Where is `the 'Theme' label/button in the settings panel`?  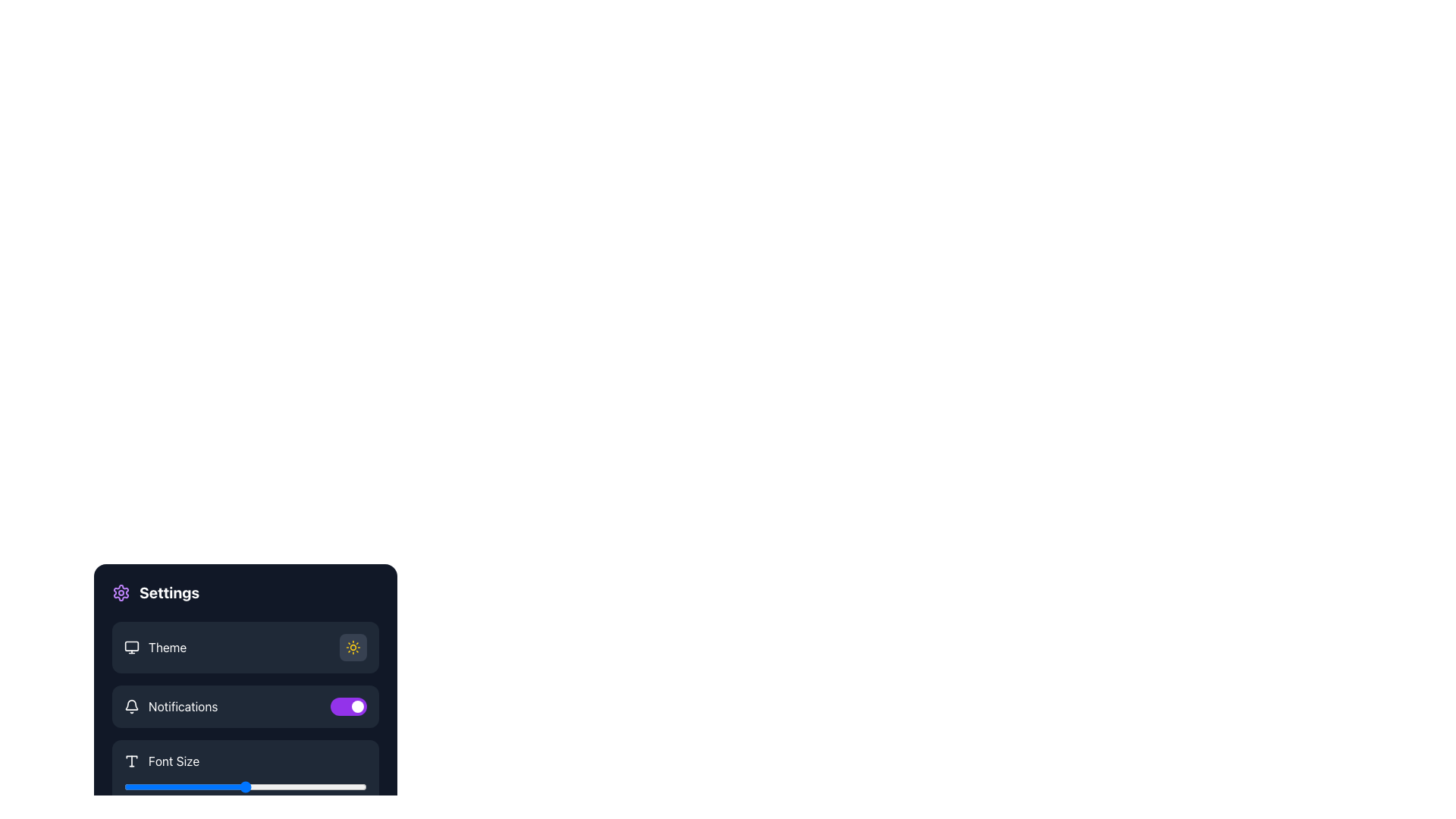
the 'Theme' label/button in the settings panel is located at coordinates (155, 647).